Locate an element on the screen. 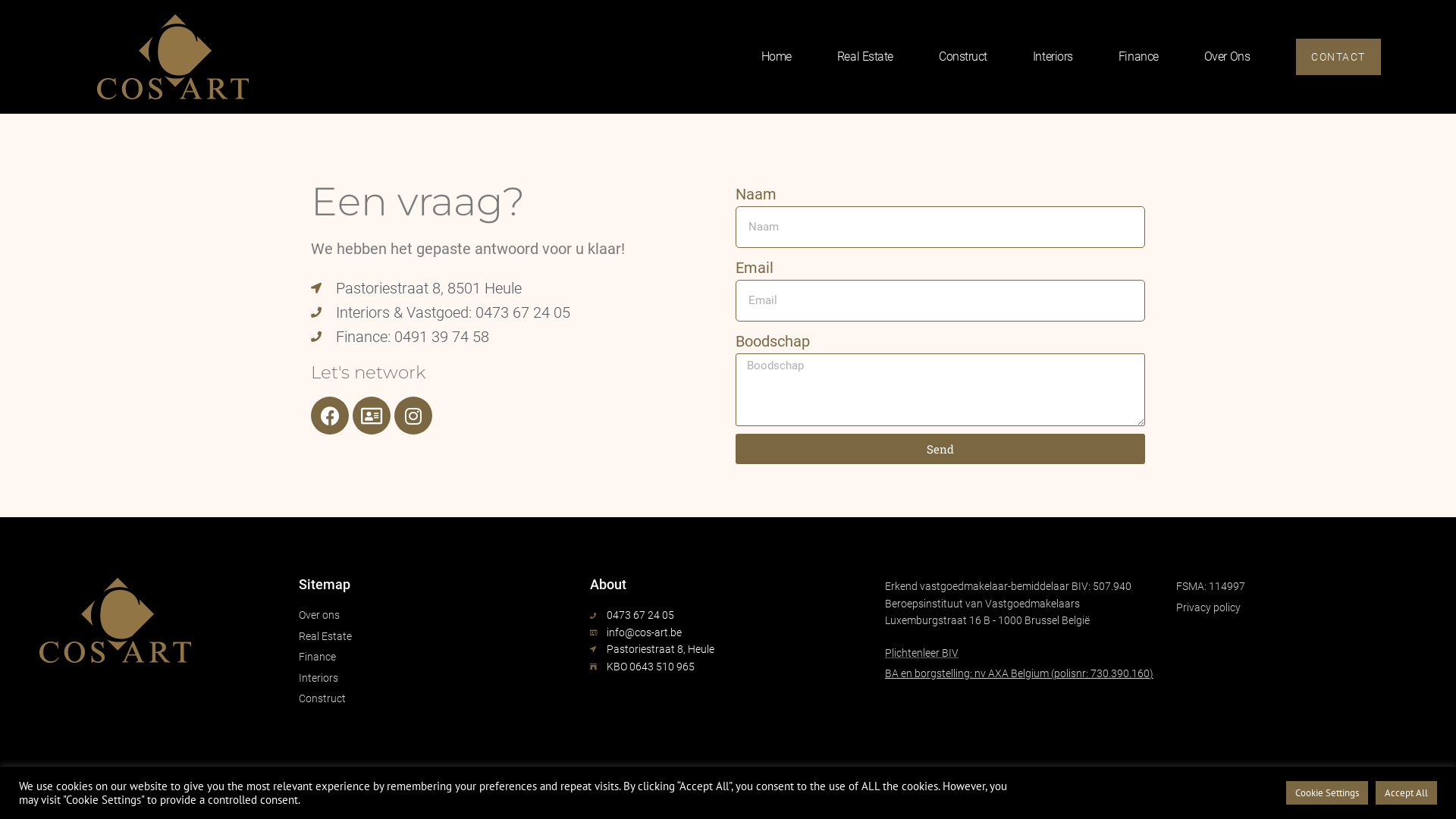 This screenshot has height=819, width=1456. 'Cookie Settings' is located at coordinates (1326, 792).